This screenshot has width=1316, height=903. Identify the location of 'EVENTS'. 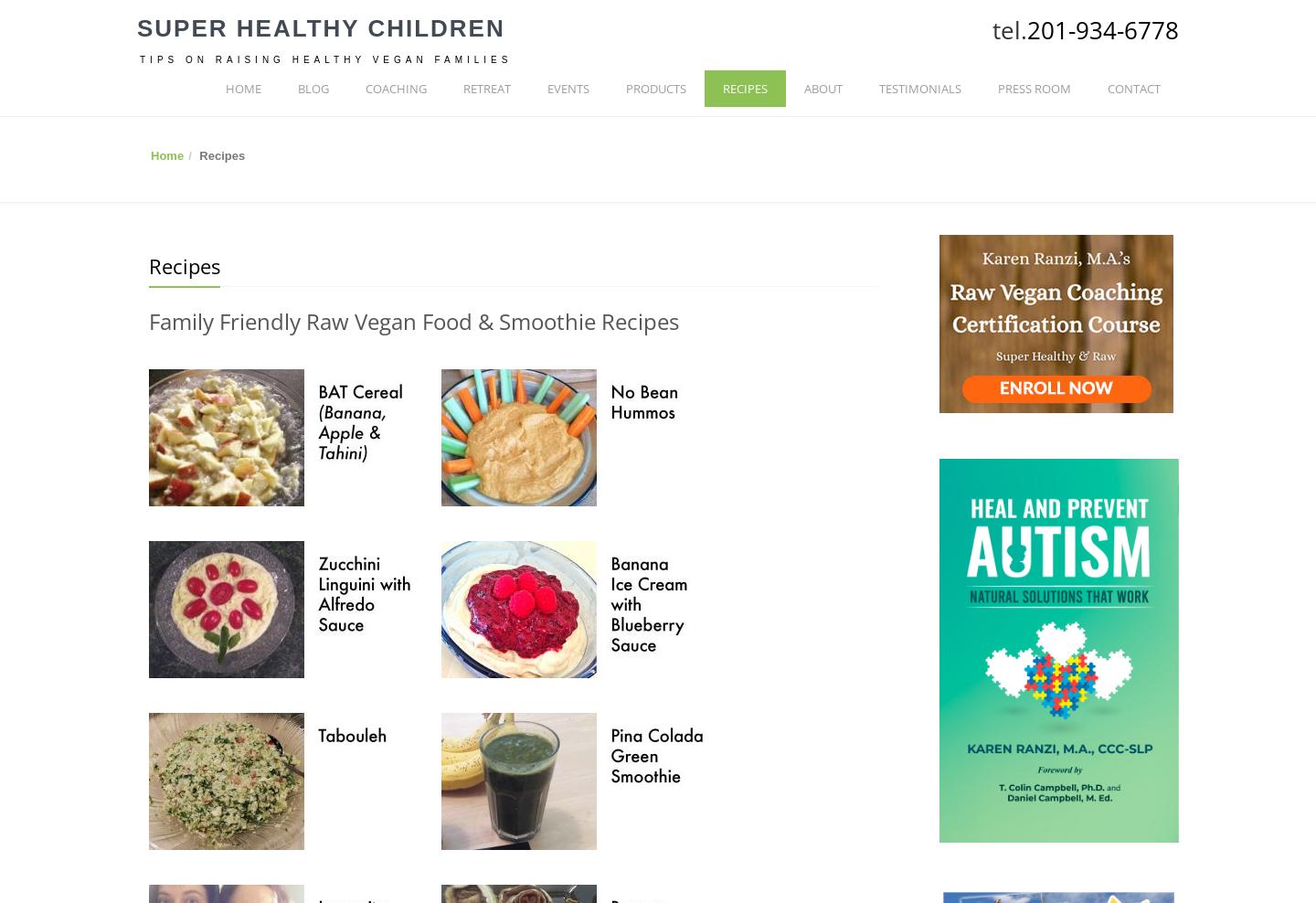
(547, 89).